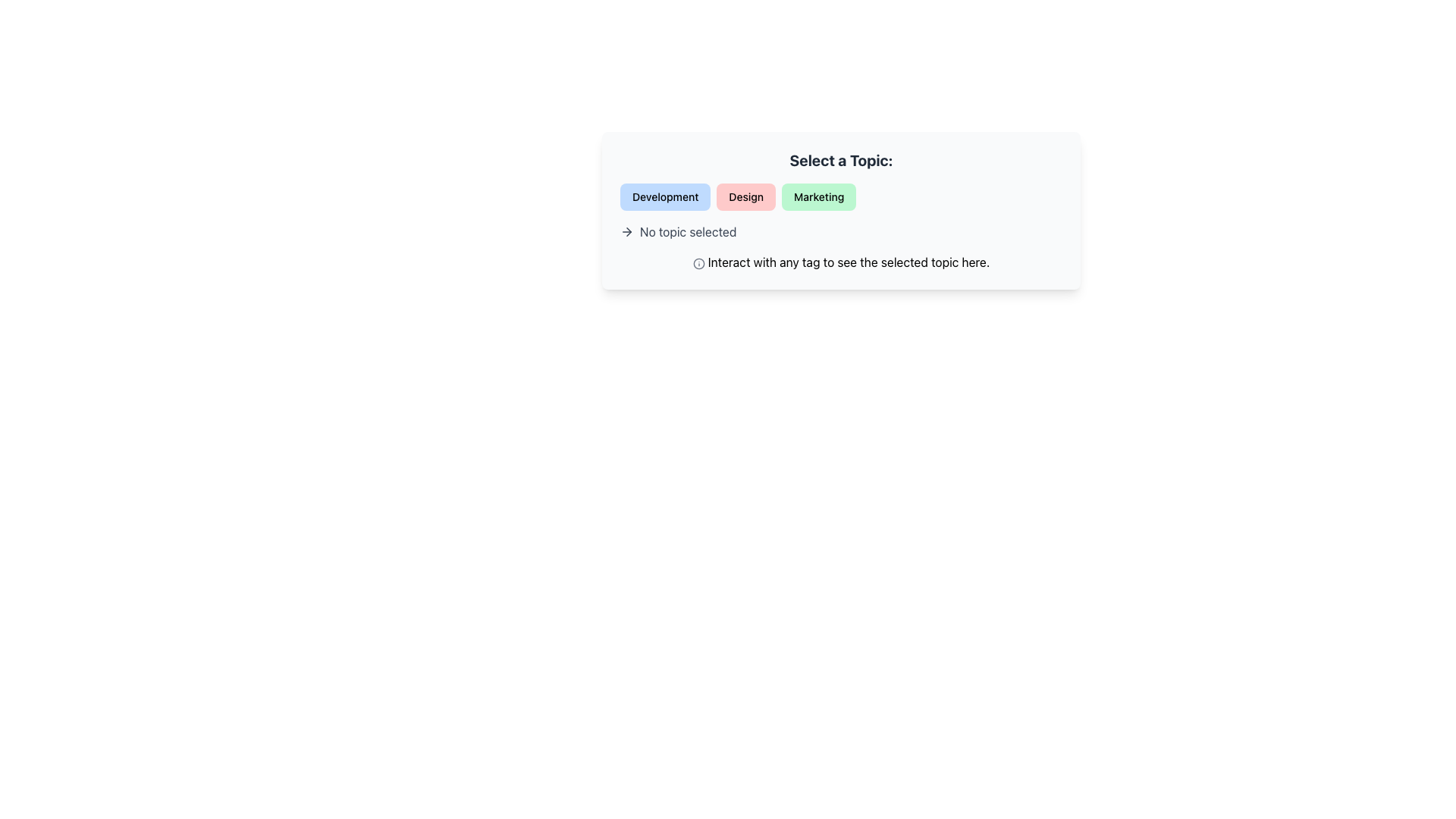  What do you see at coordinates (840, 196) in the screenshot?
I see `the 'Marketing' tag in the group of interactive tags or buttons located below the heading 'Select a Topic:'` at bounding box center [840, 196].